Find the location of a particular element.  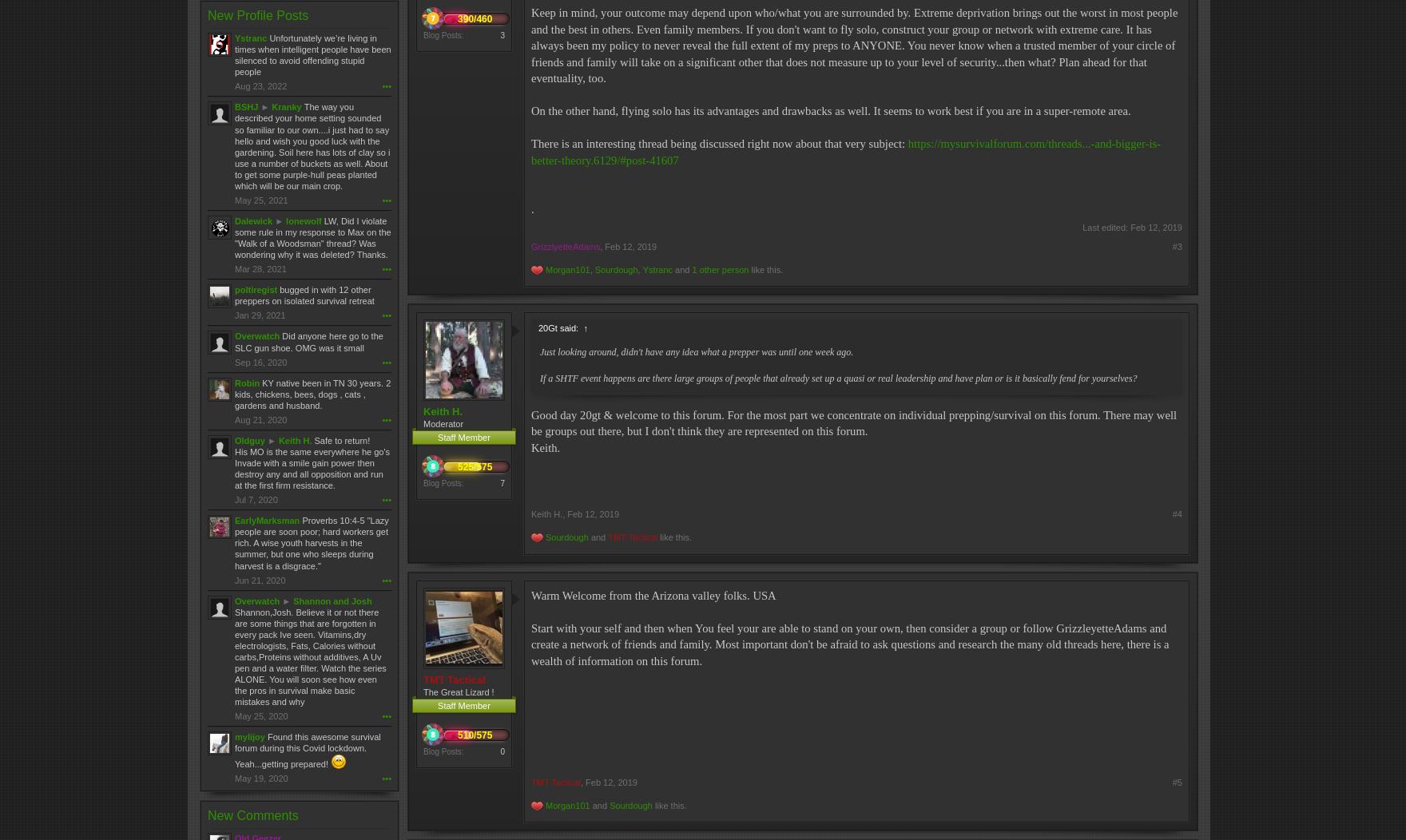

'20Gt said:' is located at coordinates (558, 327).